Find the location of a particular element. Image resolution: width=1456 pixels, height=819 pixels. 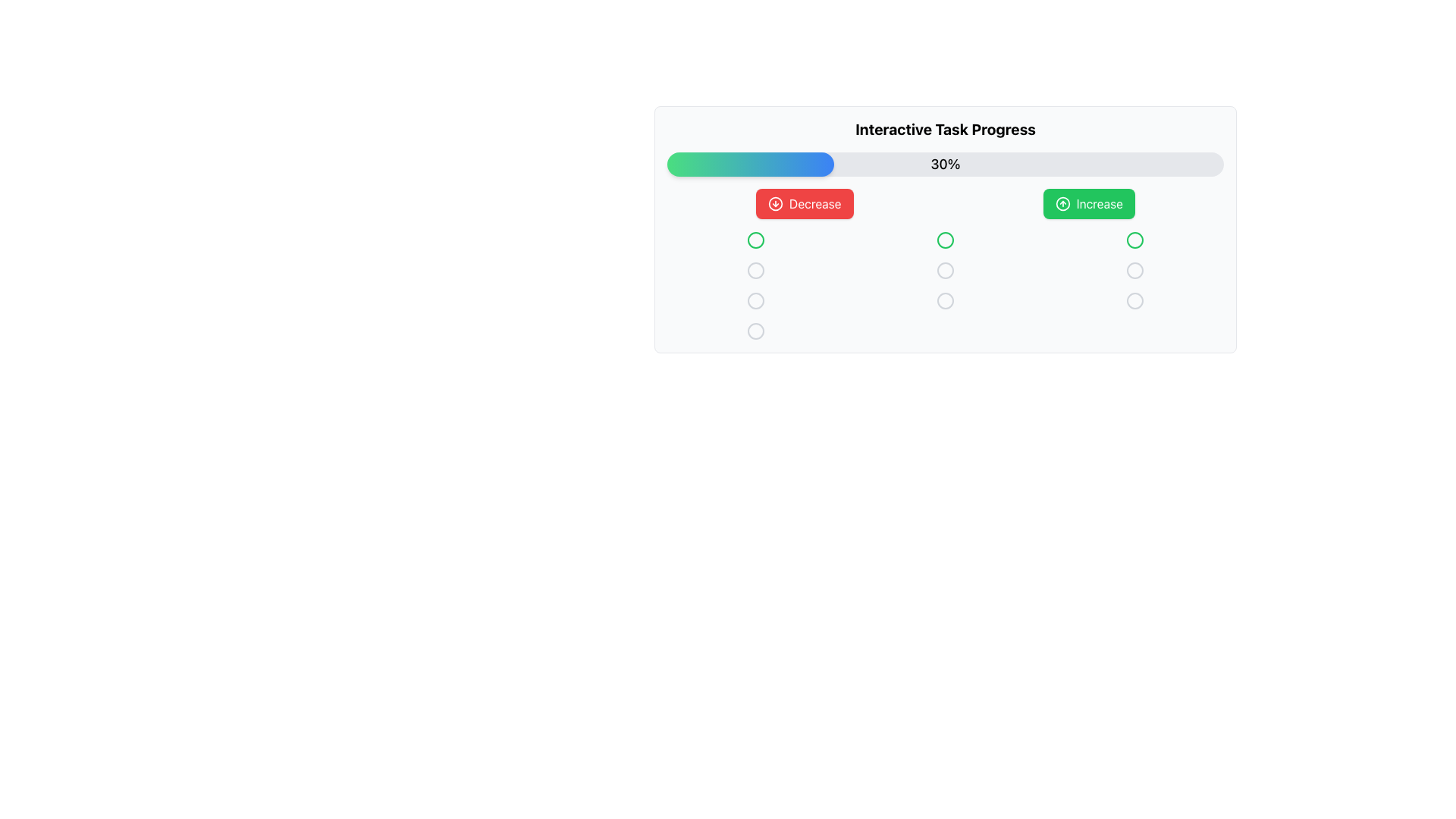

the green circular radio button located below the 'Decrease' button is located at coordinates (756, 239).